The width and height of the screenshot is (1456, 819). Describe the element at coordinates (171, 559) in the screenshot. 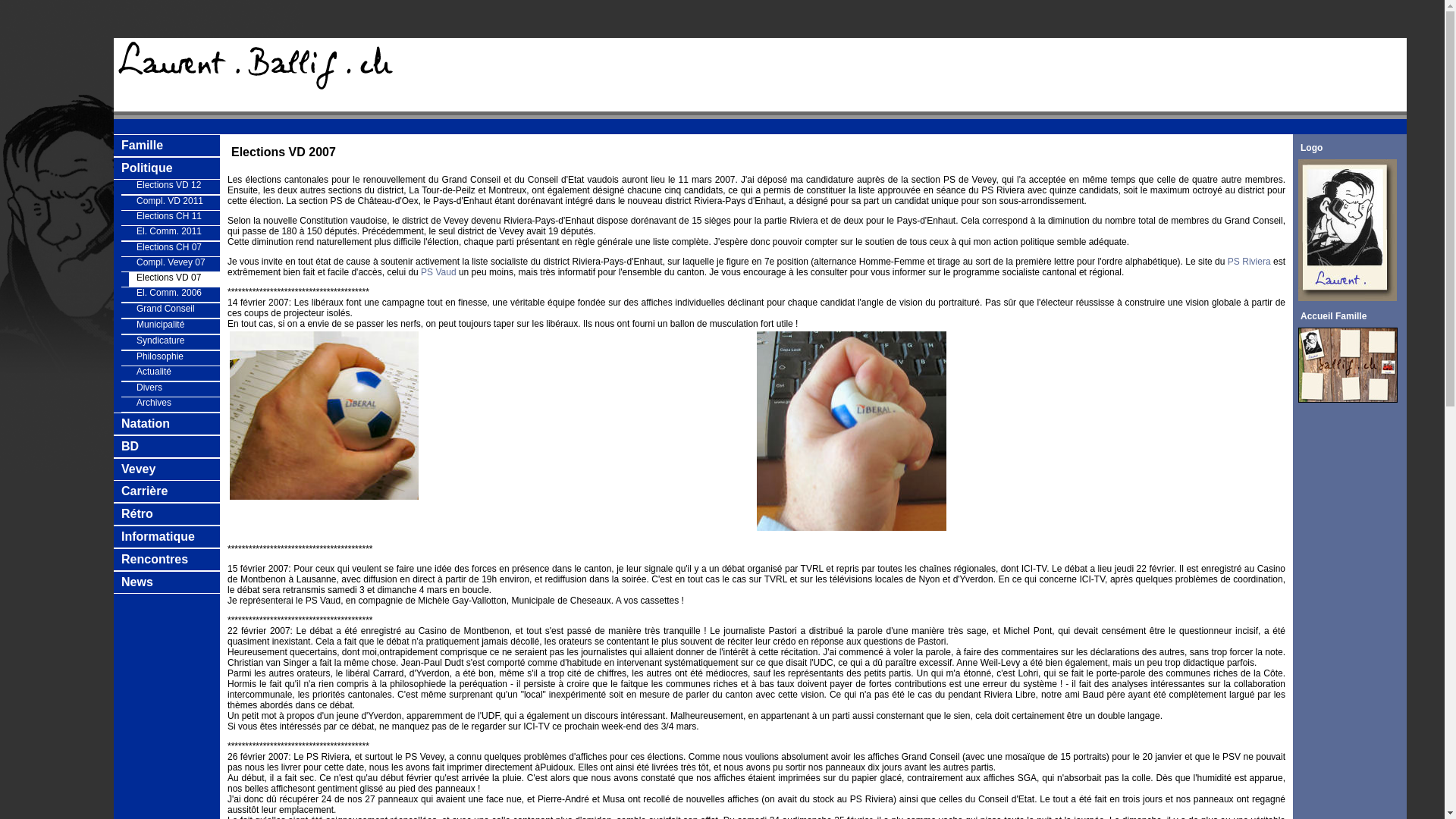

I see `'Rencontres'` at that location.